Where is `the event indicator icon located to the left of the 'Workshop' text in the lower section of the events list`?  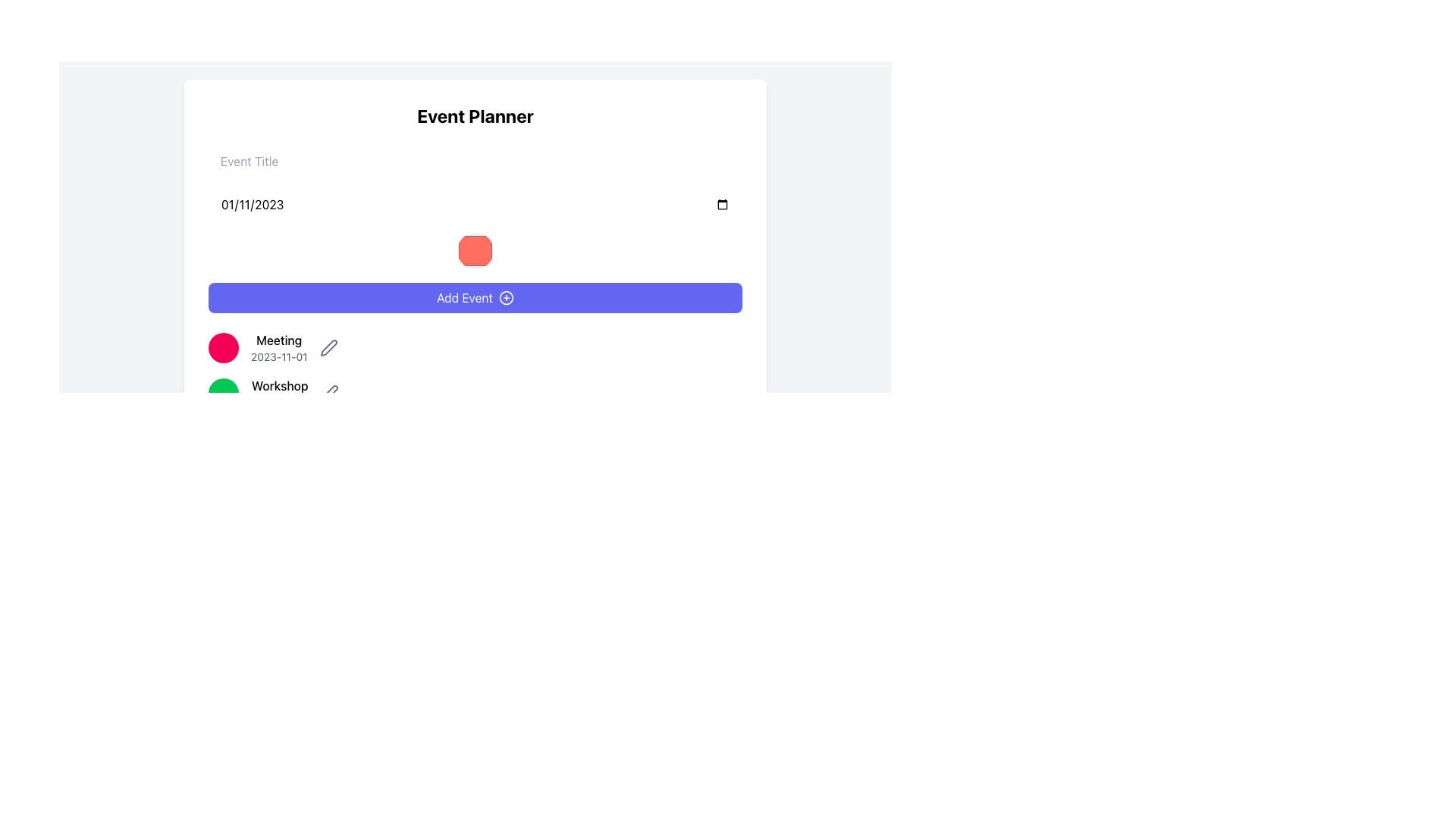 the event indicator icon located to the left of the 'Workshop' text in the lower section of the events list is located at coordinates (222, 393).